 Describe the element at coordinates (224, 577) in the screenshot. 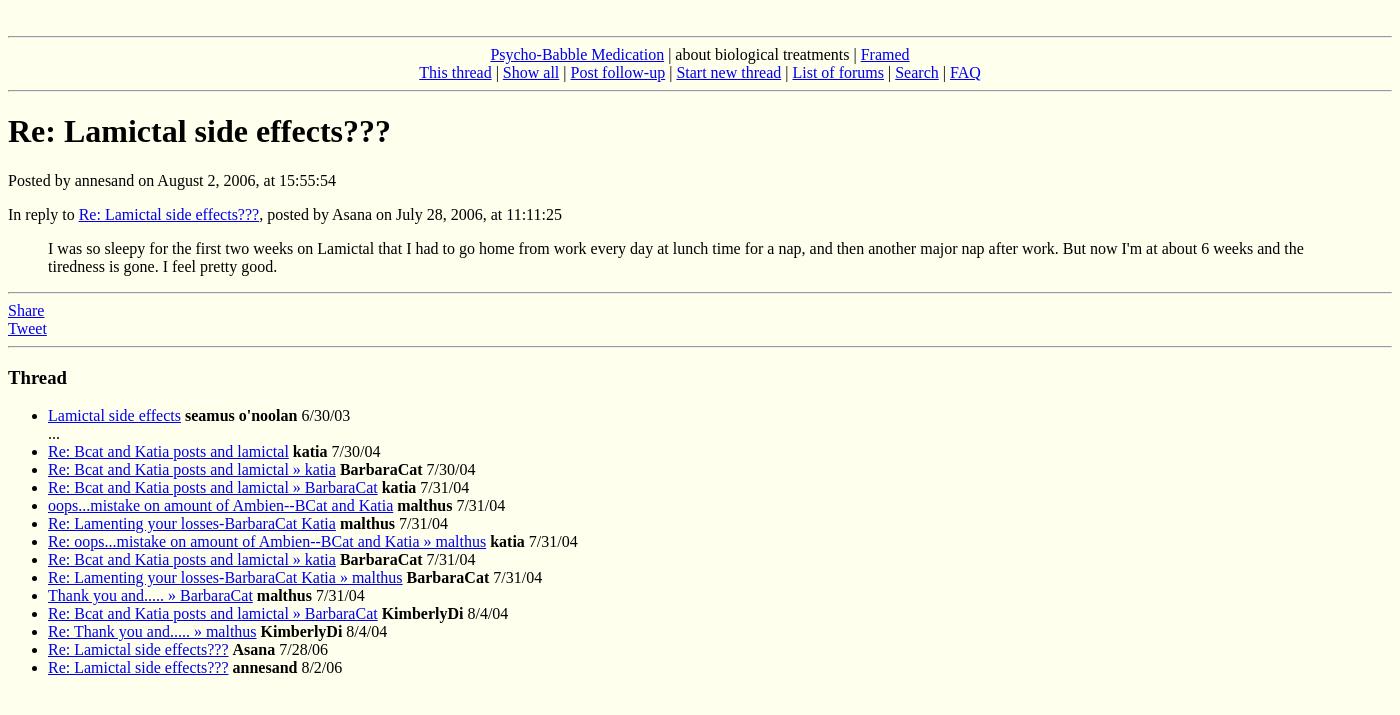

I see `'Re:  Lamenting your losses-BarbaraCat Katia » malthus'` at that location.